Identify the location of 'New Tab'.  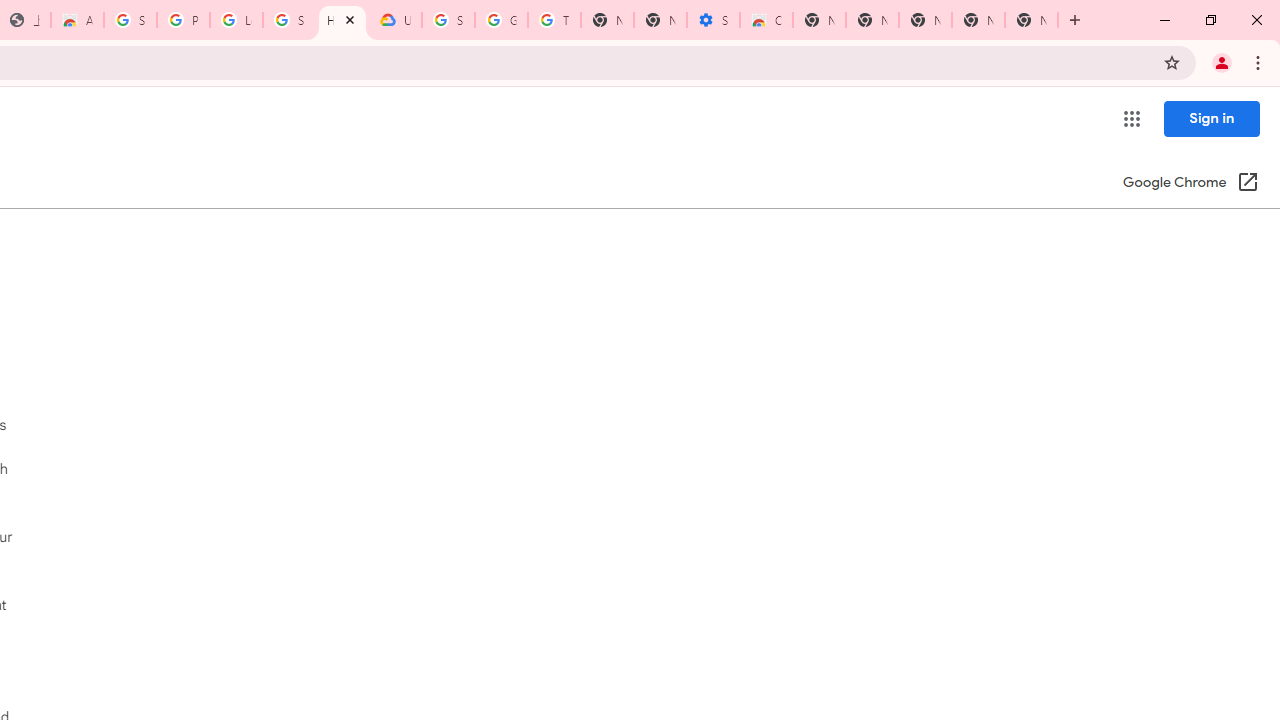
(1031, 20).